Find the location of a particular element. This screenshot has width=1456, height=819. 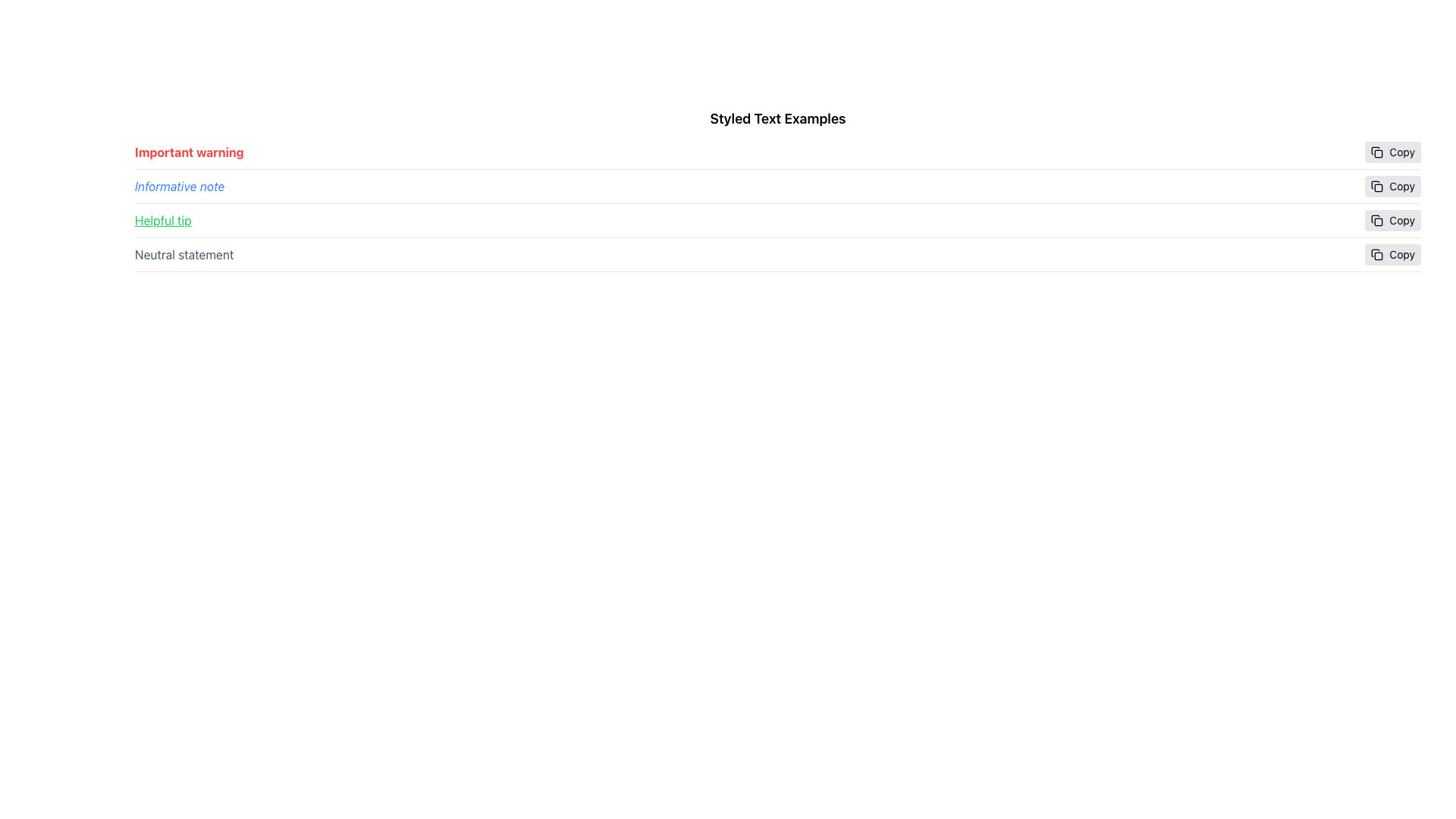

the static text element that displays informational content, positioned below 'Important warning' and above 'Helpful tip' is located at coordinates (180, 186).